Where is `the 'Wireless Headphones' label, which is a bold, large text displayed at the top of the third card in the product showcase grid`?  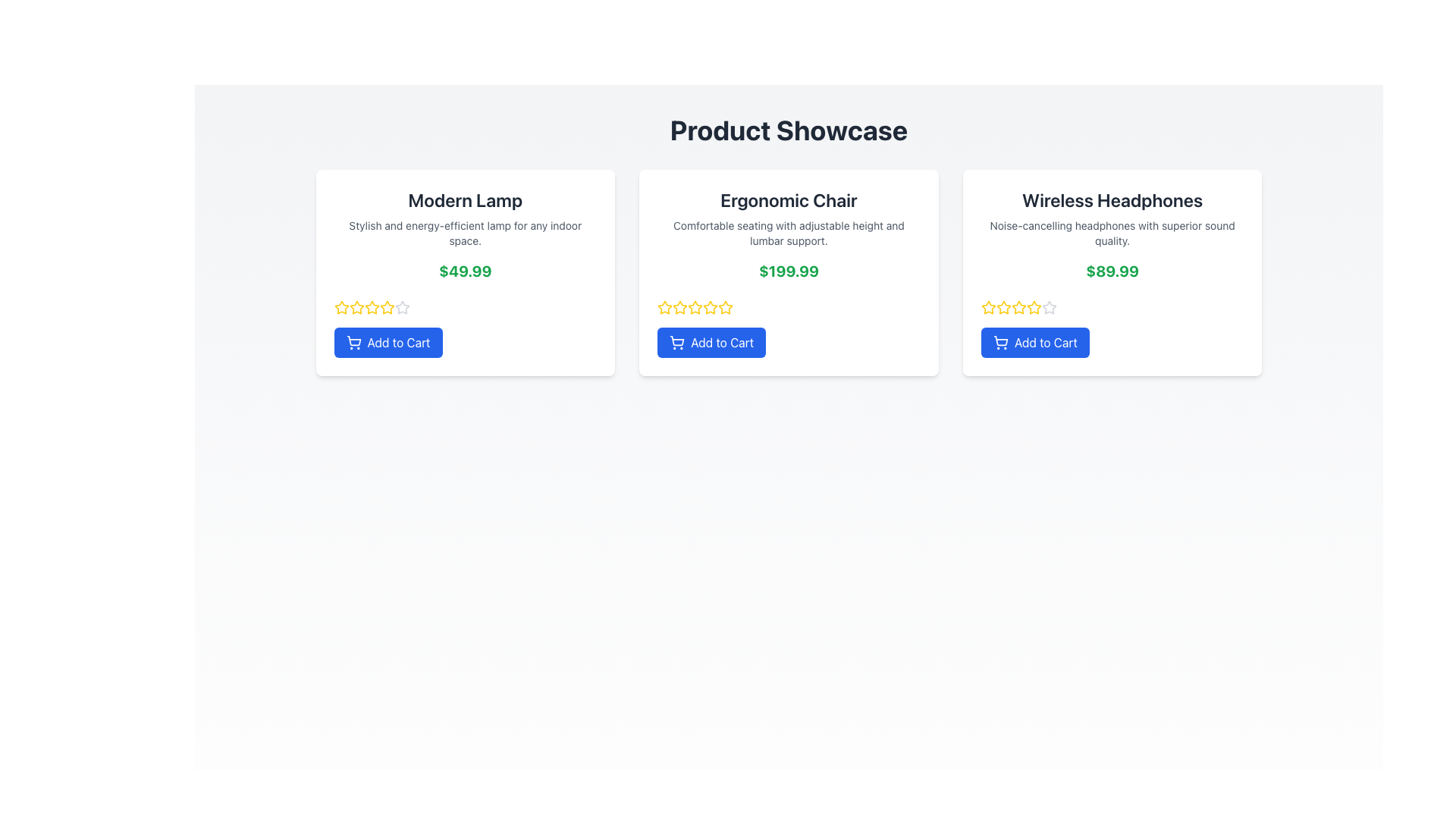
the 'Wireless Headphones' label, which is a bold, large text displayed at the top of the third card in the product showcase grid is located at coordinates (1112, 199).